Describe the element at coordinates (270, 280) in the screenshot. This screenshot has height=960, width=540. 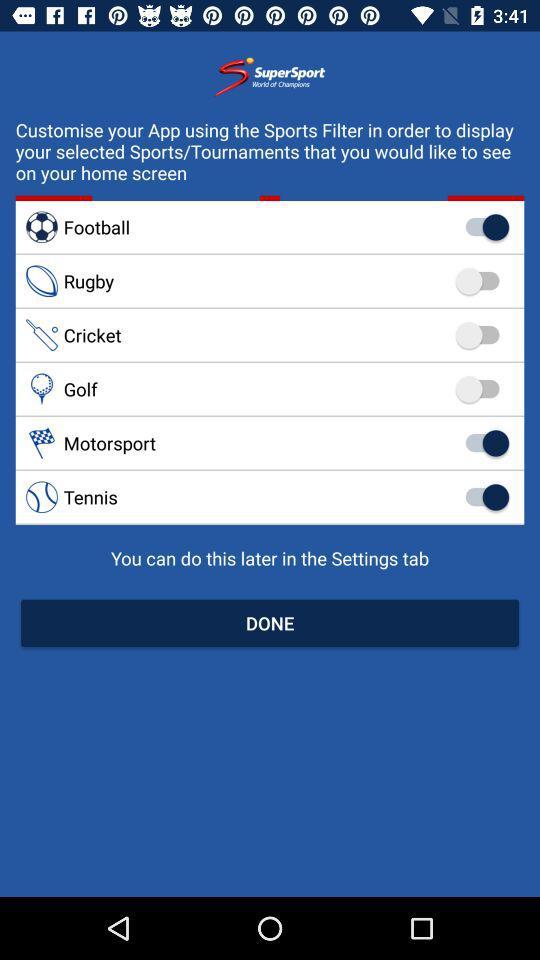
I see `rugby` at that location.